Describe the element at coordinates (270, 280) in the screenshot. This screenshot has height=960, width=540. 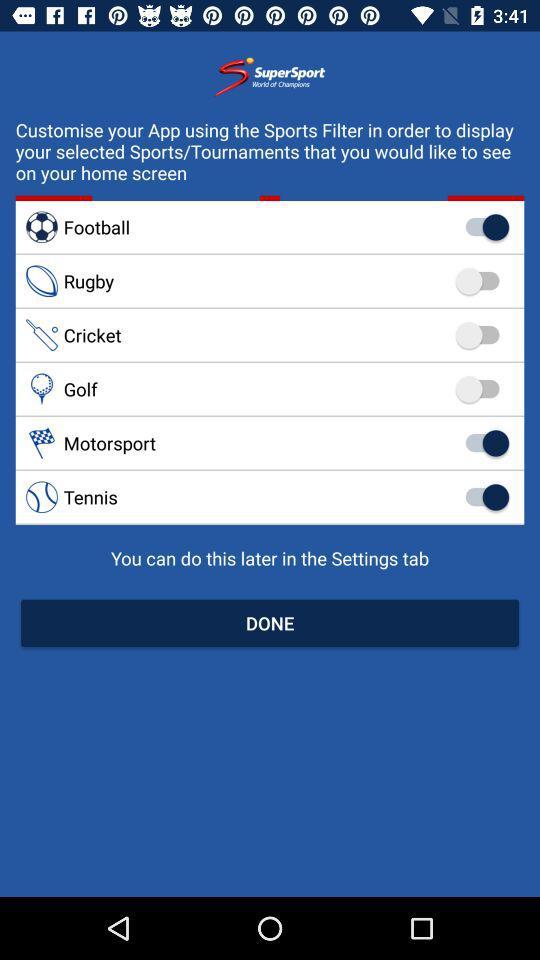
I see `rugby` at that location.